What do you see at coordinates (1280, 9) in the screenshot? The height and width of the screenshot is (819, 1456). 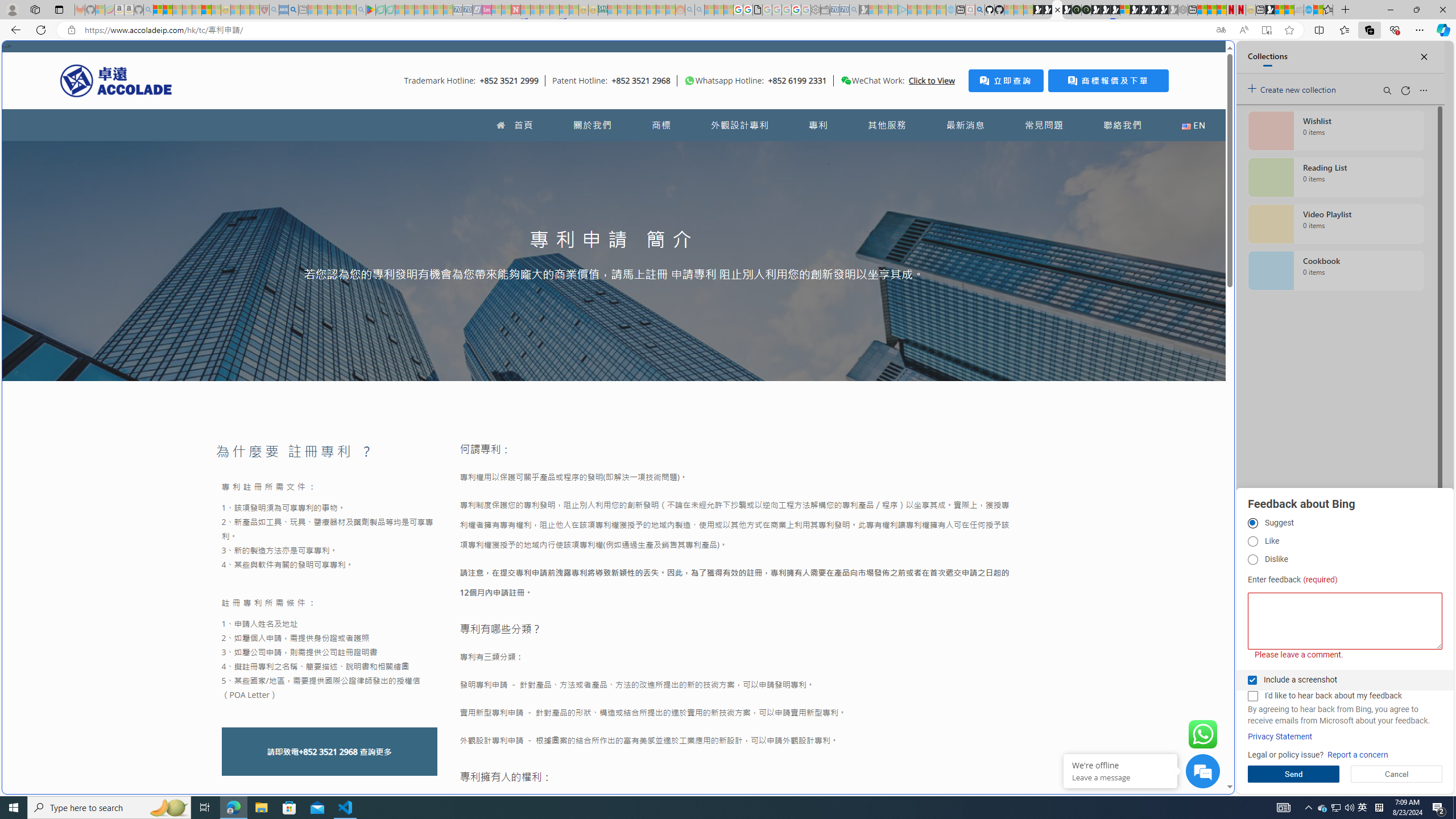 I see `'World - MSN'` at bounding box center [1280, 9].